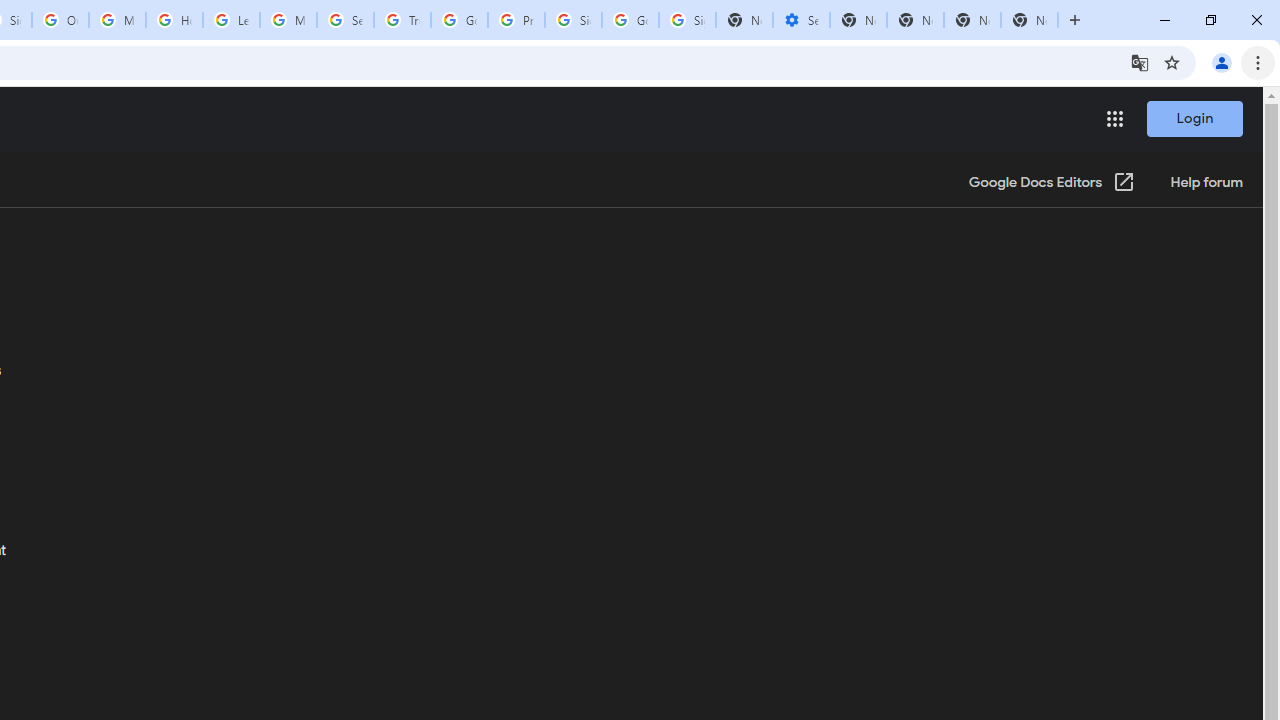 This screenshot has width=1280, height=720. Describe the element at coordinates (1051, 183) in the screenshot. I see `'Google Docs Editors (Opens in new window)'` at that location.